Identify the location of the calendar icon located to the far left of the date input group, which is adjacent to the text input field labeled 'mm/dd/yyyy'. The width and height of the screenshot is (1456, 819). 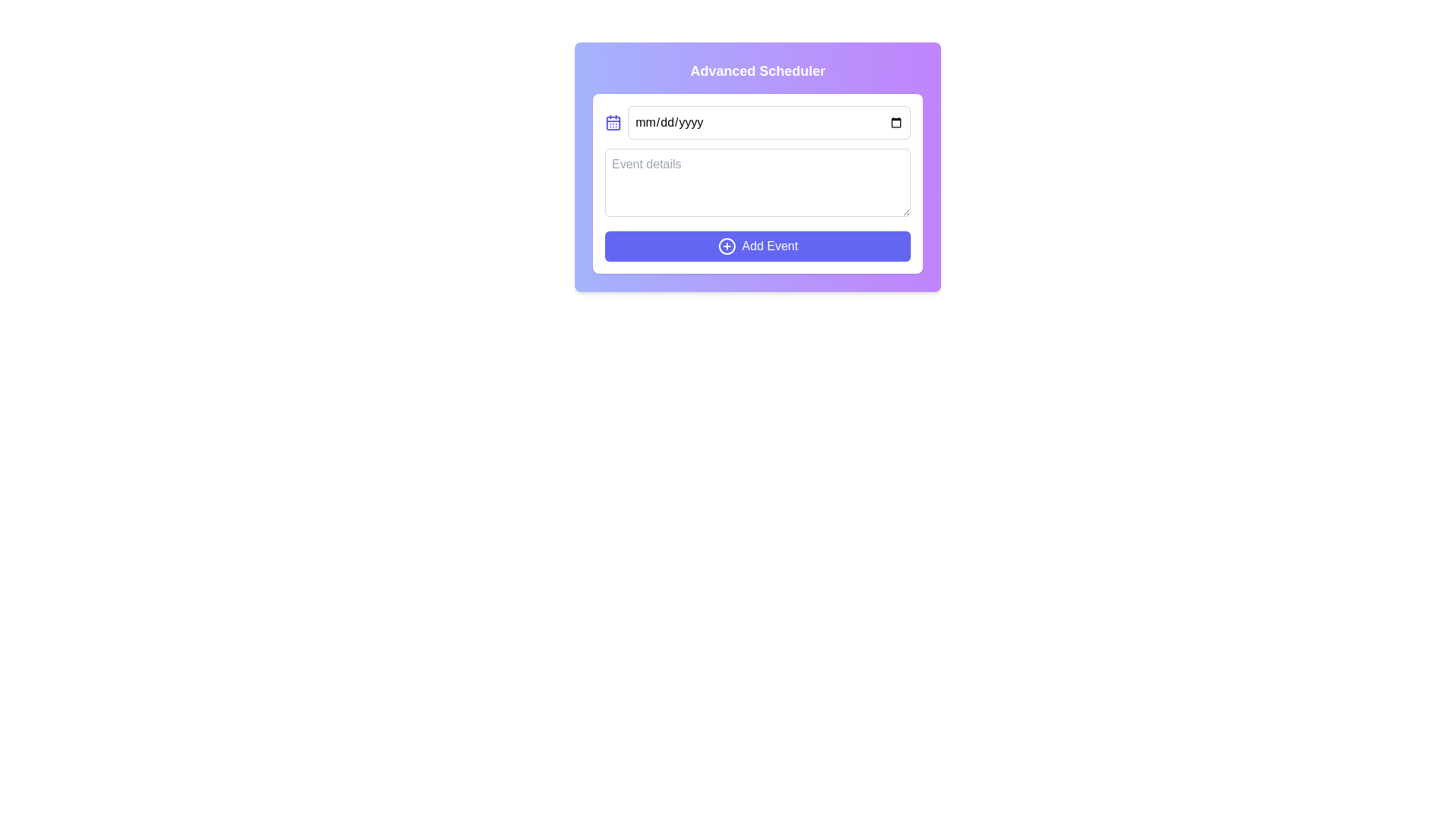
(613, 122).